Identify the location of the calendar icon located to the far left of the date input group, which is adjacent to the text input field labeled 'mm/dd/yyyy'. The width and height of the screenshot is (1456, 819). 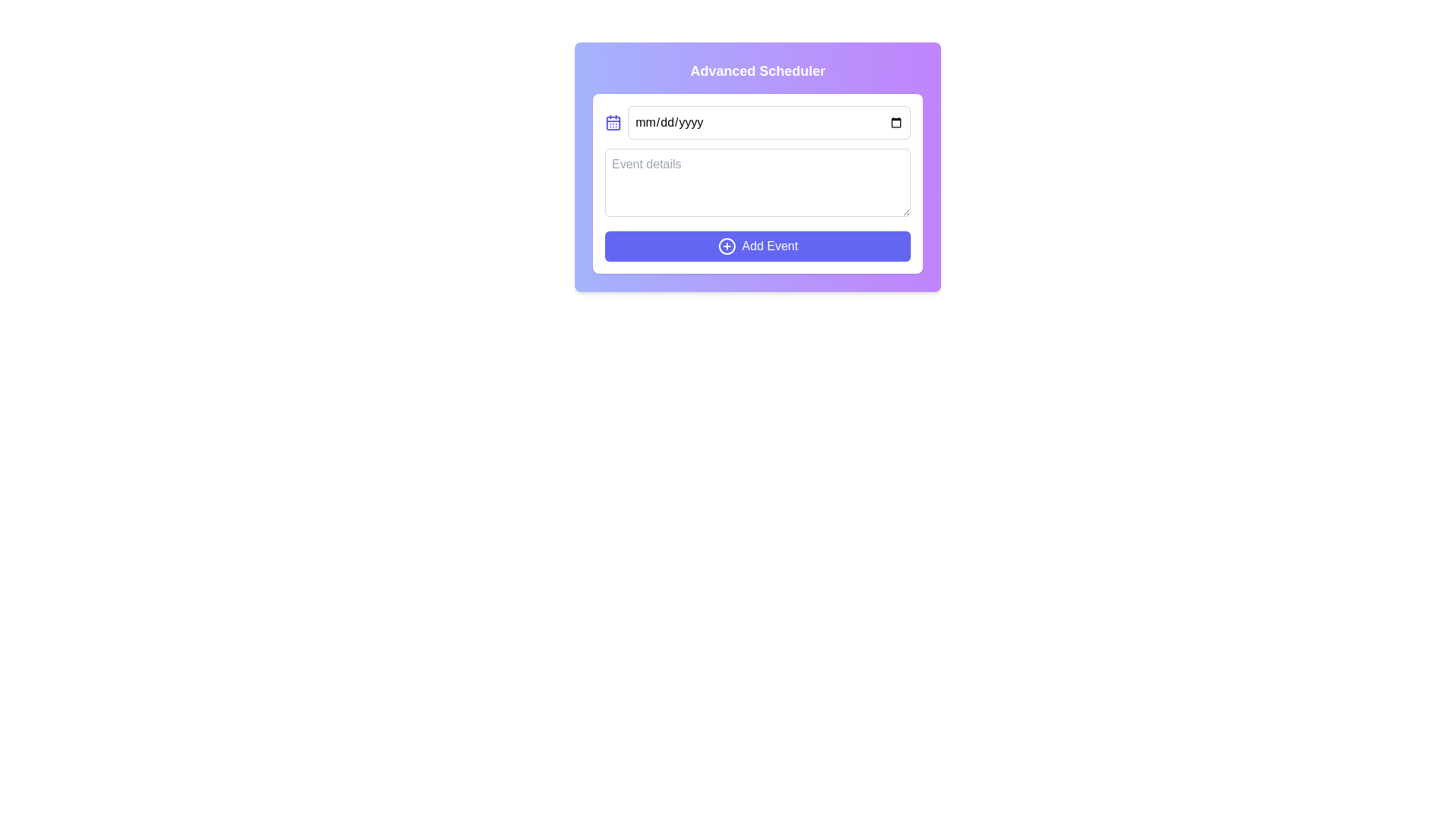
(613, 122).